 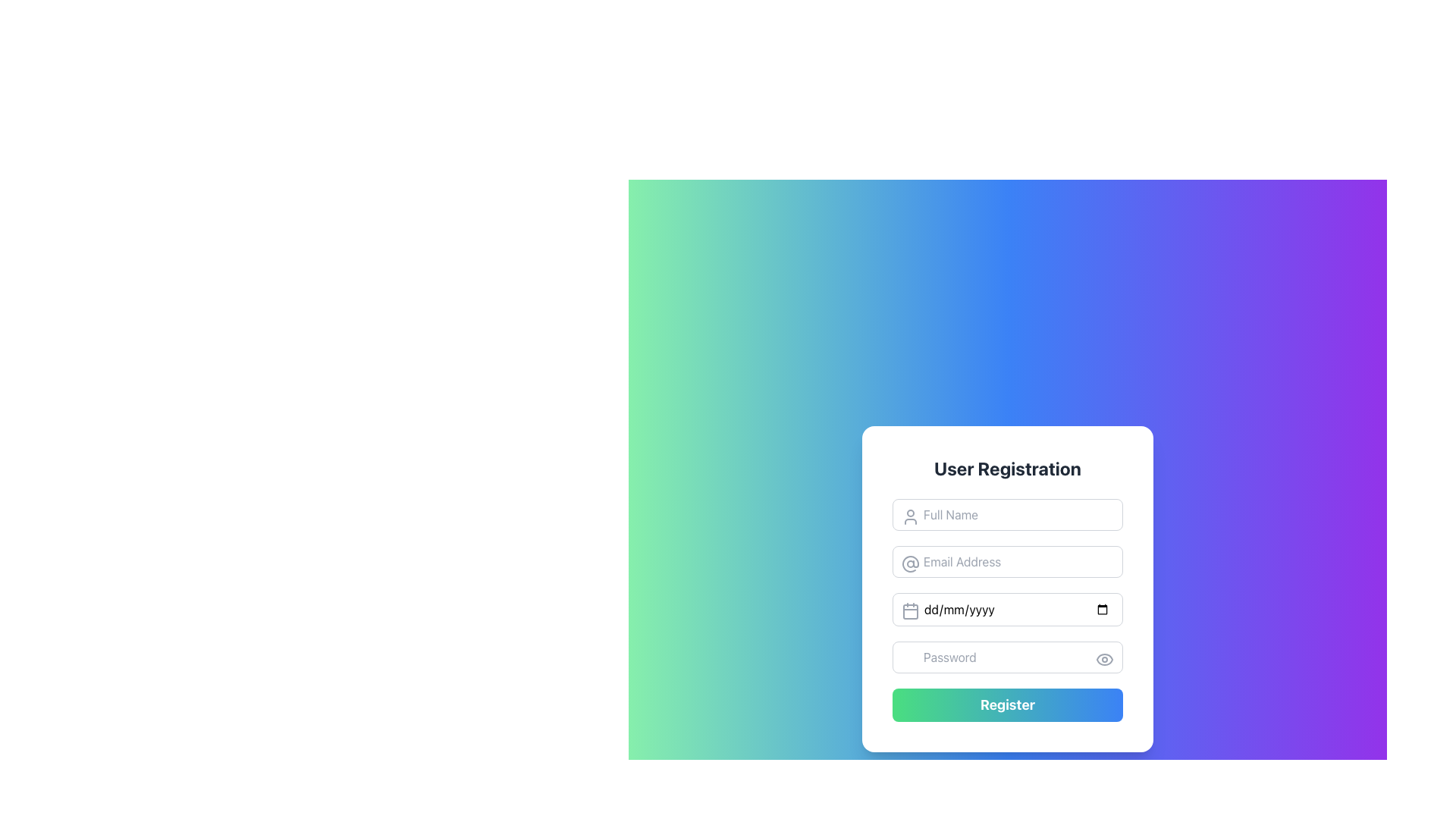 I want to click on the decorative icon indicating the purpose of the 'Full Name' input field in the registration form, so click(x=910, y=516).